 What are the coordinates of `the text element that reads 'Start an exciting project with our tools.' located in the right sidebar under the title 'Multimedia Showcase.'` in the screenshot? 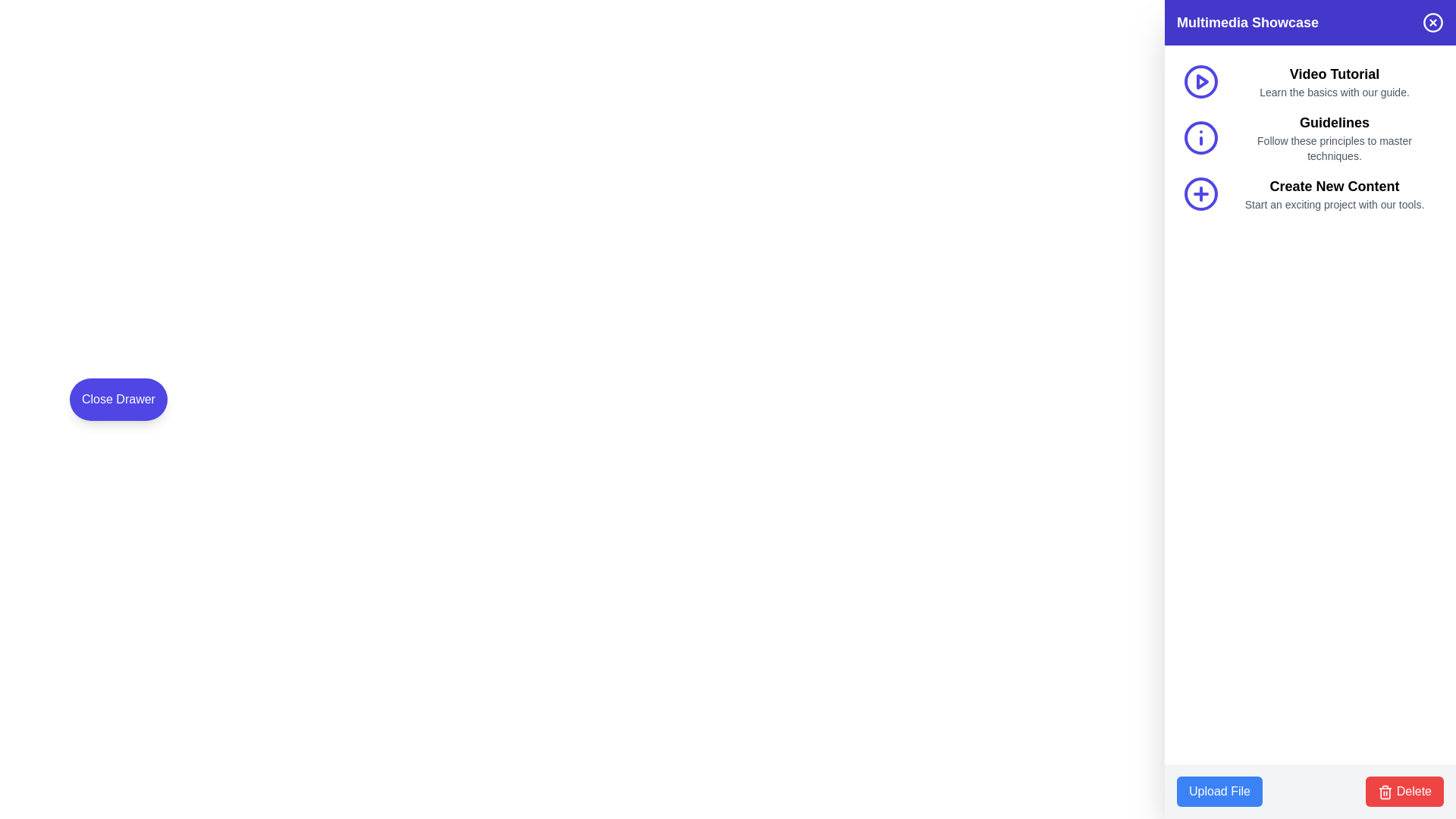 It's located at (1335, 205).